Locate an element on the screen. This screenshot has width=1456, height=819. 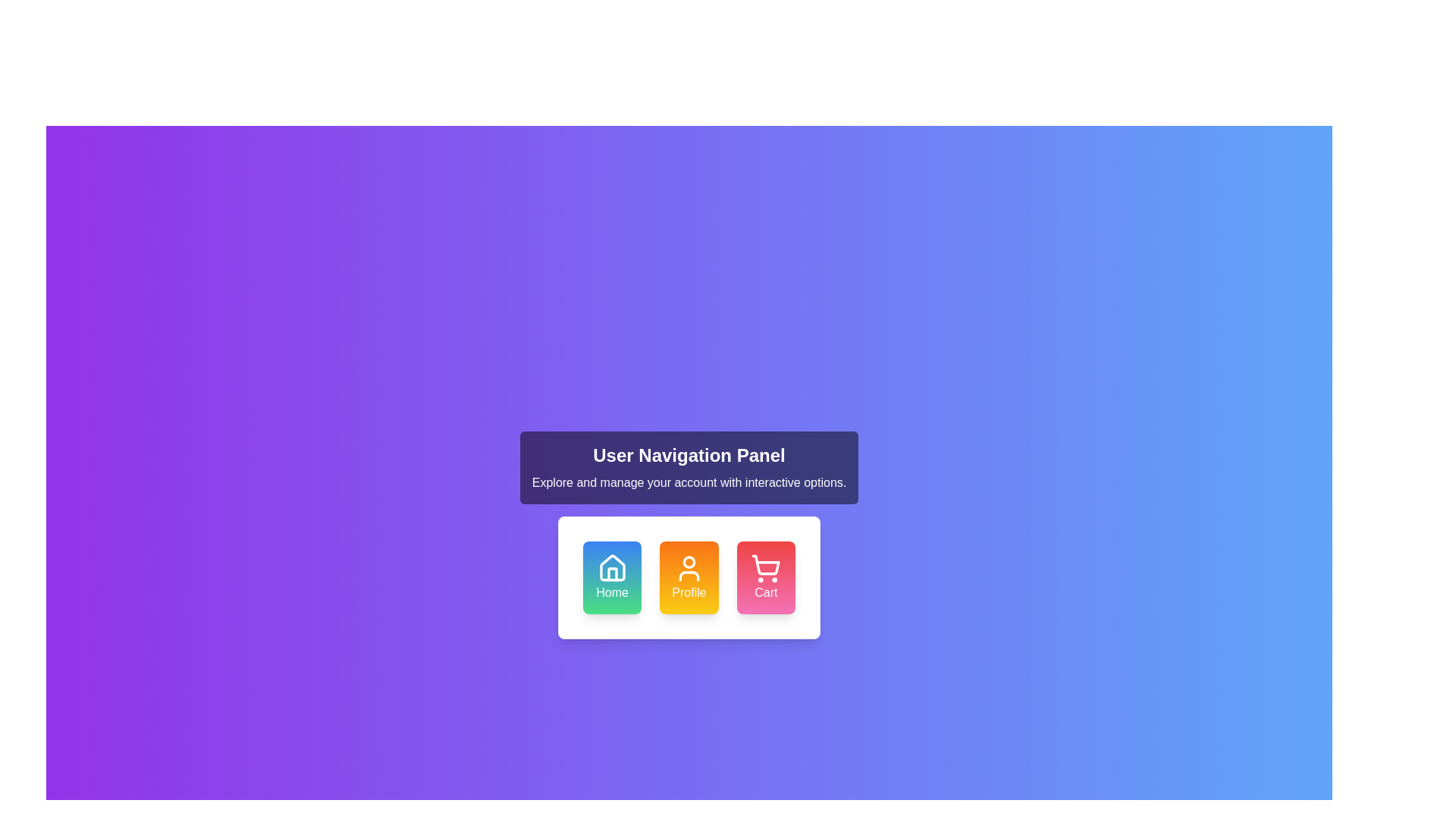
the navigation panel containing the 'Home', 'Profile', and 'Cart' buttons is located at coordinates (688, 578).